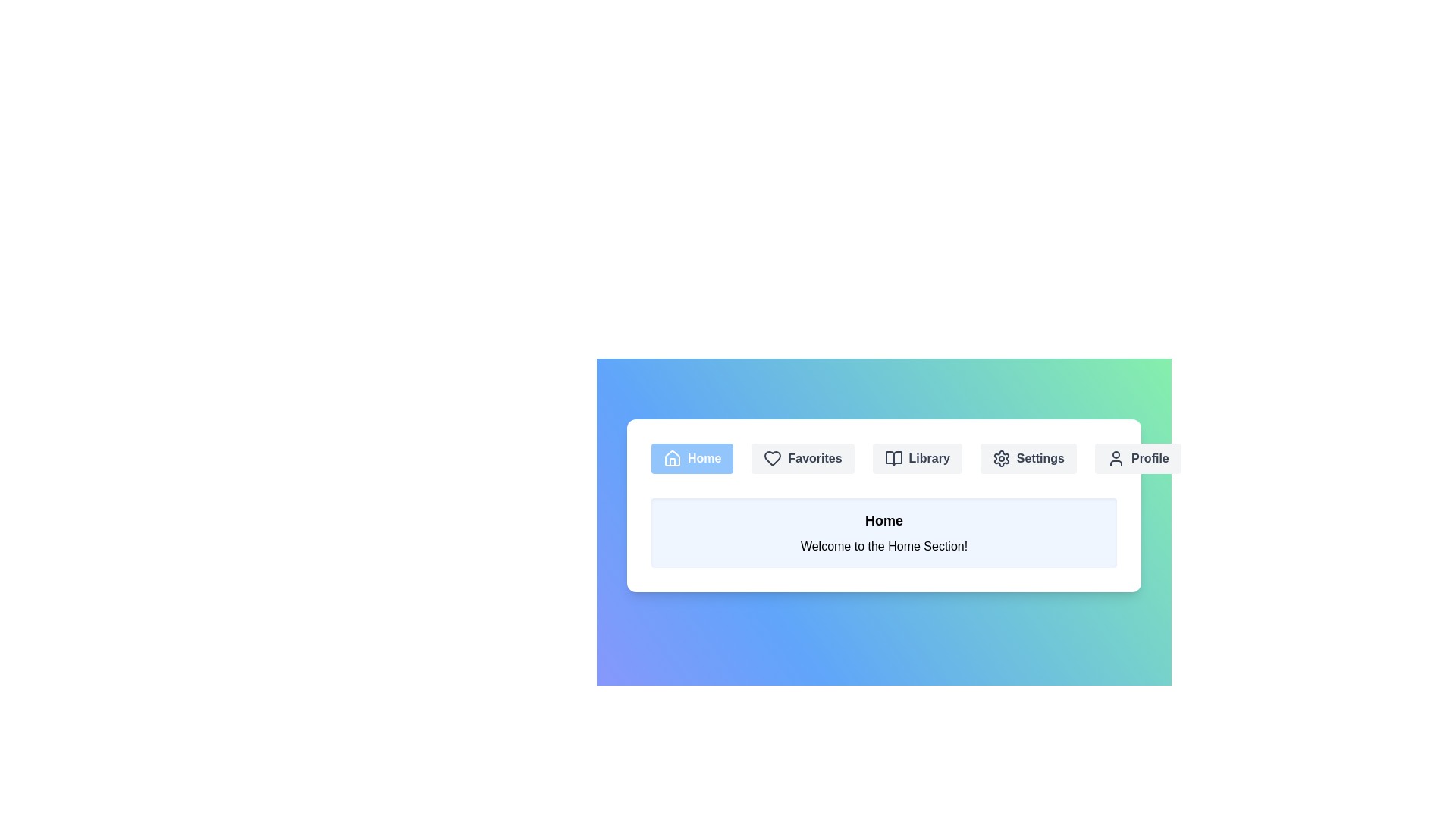 This screenshot has width=1456, height=819. Describe the element at coordinates (773, 458) in the screenshot. I see `the 'Favorites' icon, which is visually marked and located to the left of the 'Favorites' text in the navigation bar` at that location.